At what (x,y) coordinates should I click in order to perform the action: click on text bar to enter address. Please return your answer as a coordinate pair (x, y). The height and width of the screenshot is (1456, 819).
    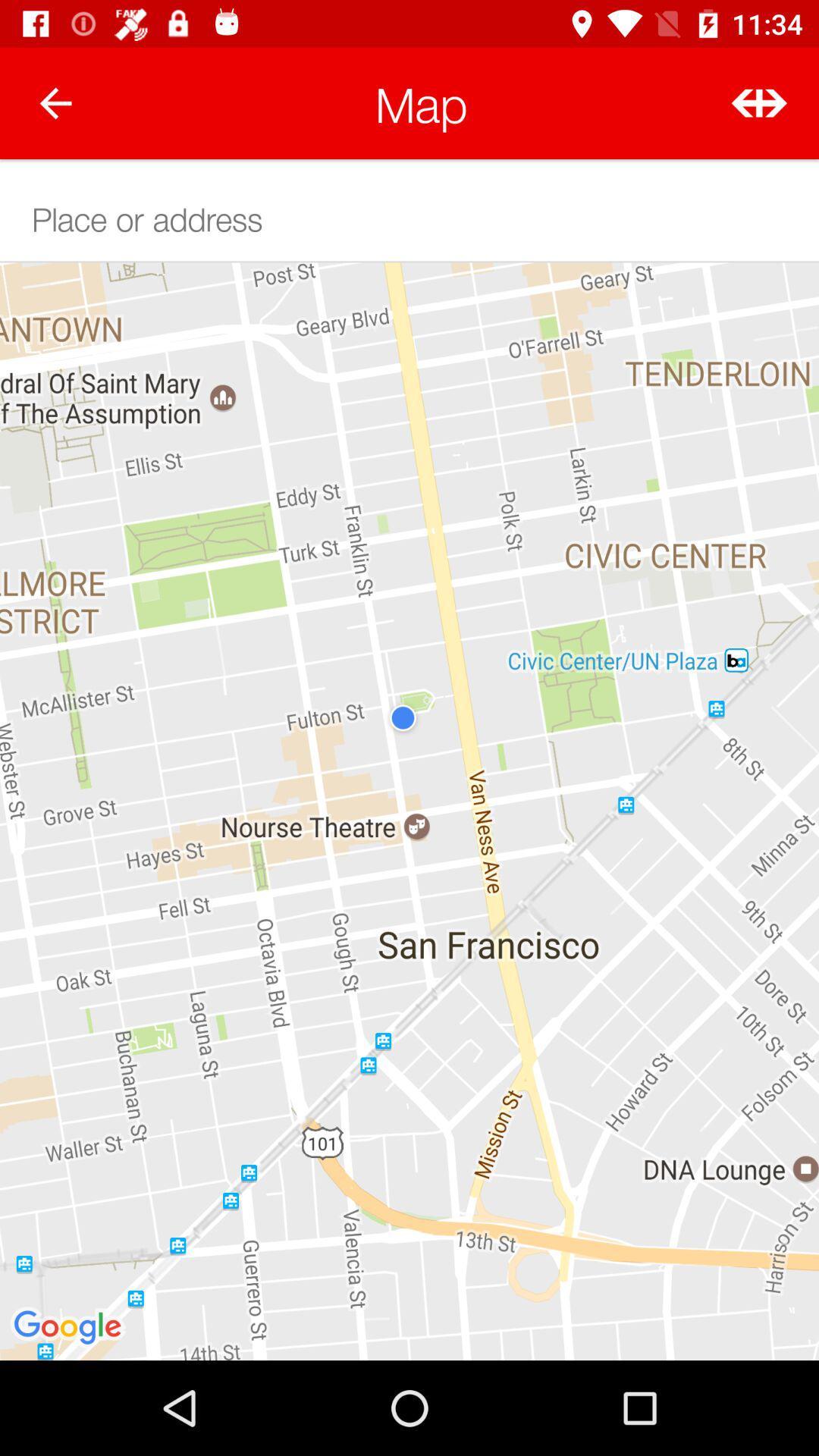
    Looking at the image, I should click on (409, 216).